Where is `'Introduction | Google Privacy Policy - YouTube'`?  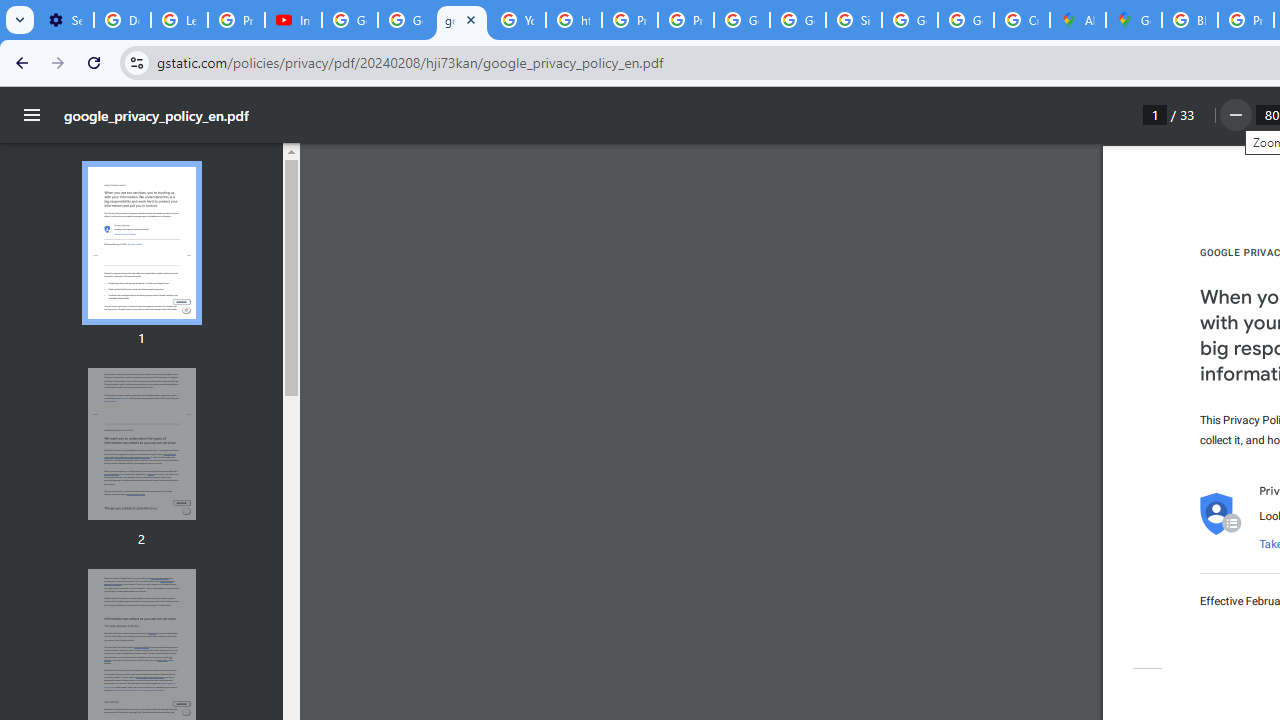
'Introduction | Google Privacy Policy - YouTube' is located at coordinates (292, 20).